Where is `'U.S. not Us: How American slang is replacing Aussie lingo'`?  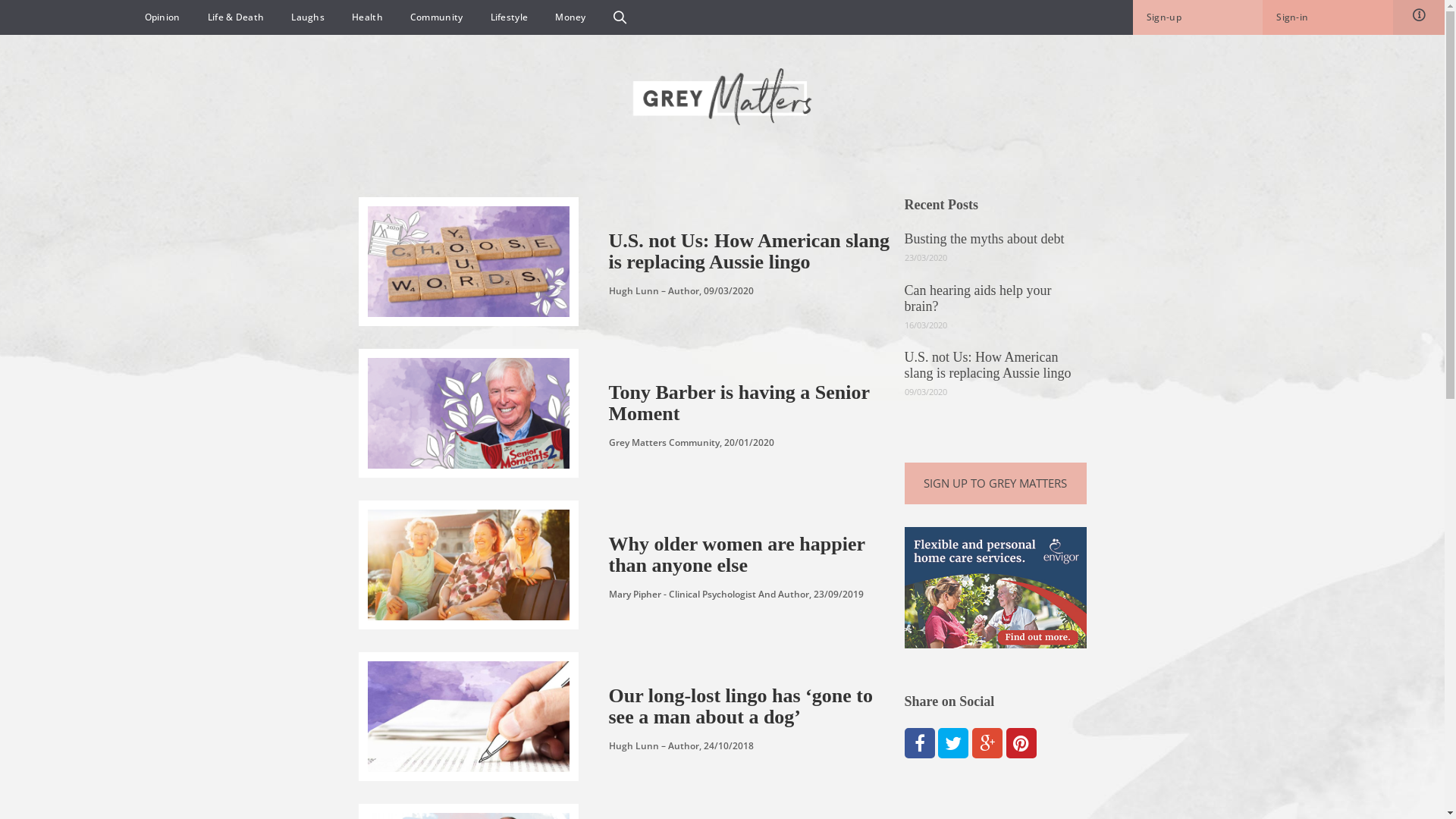
'U.S. not Us: How American slang is replacing Aussie lingo' is located at coordinates (750, 253).